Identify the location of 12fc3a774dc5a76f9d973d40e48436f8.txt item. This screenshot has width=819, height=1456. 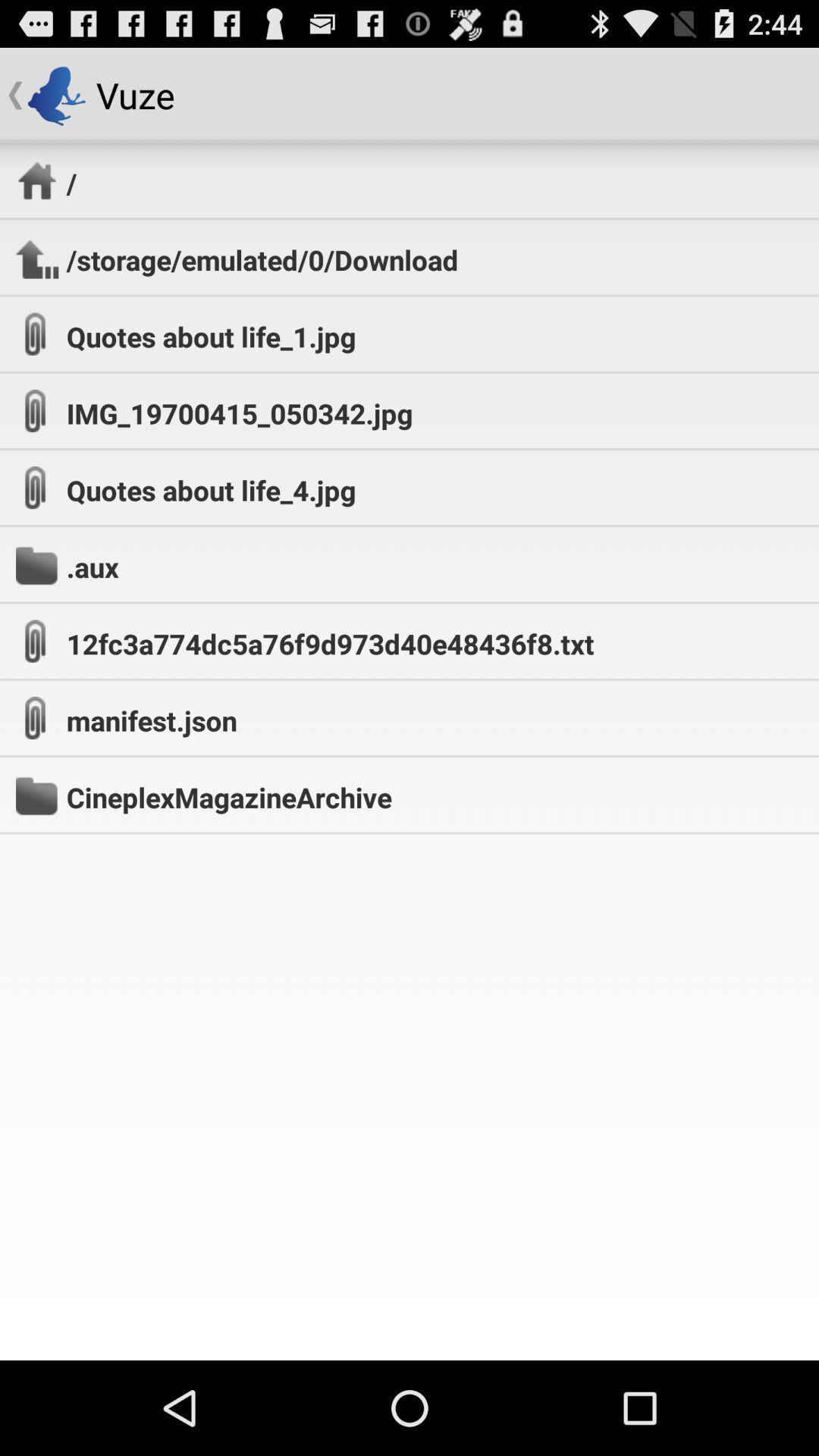
(329, 644).